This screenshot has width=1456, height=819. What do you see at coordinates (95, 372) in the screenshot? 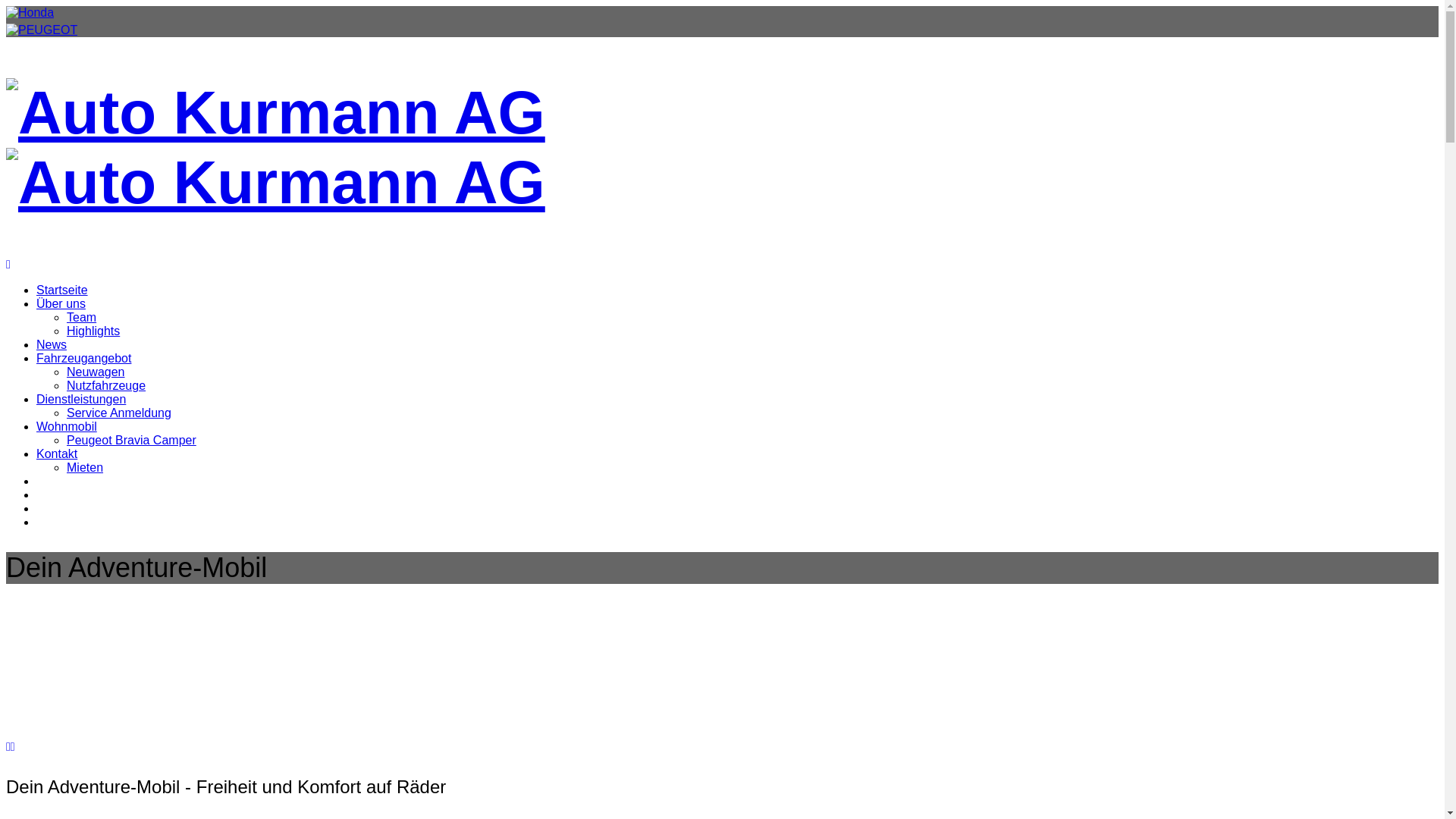
I see `'Neuwagen'` at bounding box center [95, 372].